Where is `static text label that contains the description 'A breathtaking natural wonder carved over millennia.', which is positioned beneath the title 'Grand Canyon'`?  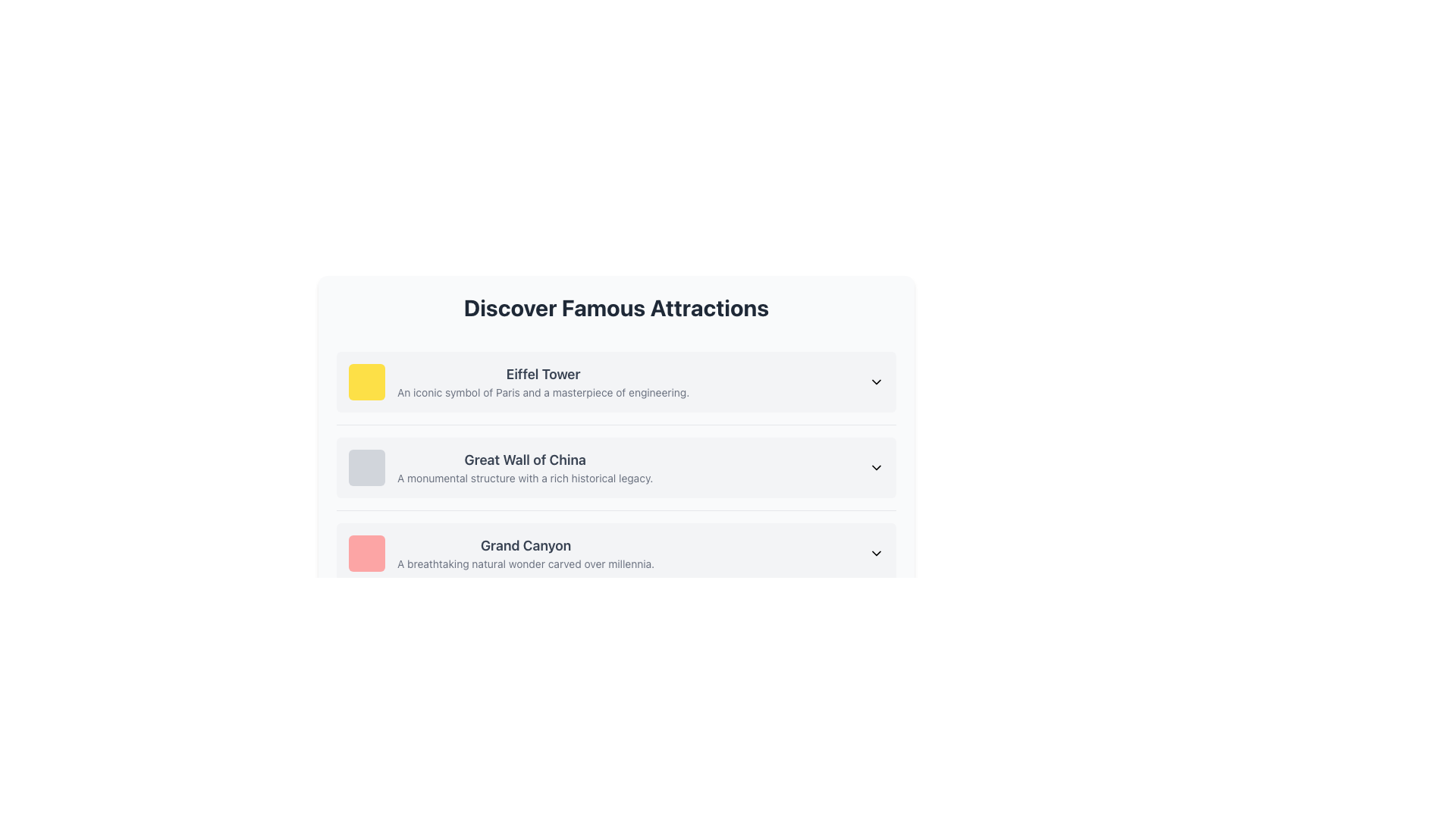
static text label that contains the description 'A breathtaking natural wonder carved over millennia.', which is positioned beneath the title 'Grand Canyon' is located at coordinates (526, 564).